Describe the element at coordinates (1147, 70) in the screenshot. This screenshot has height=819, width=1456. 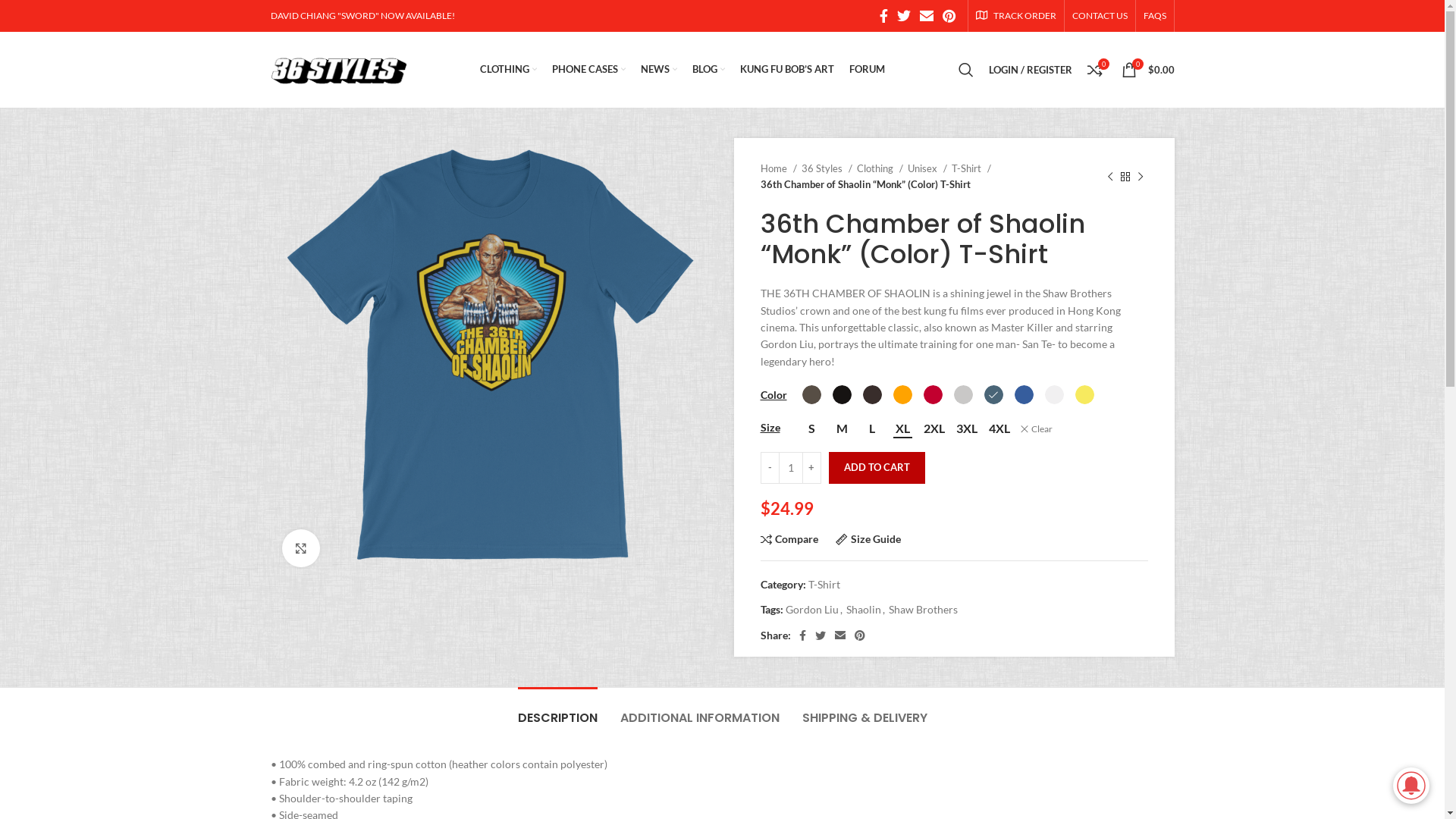
I see `'0` at that location.